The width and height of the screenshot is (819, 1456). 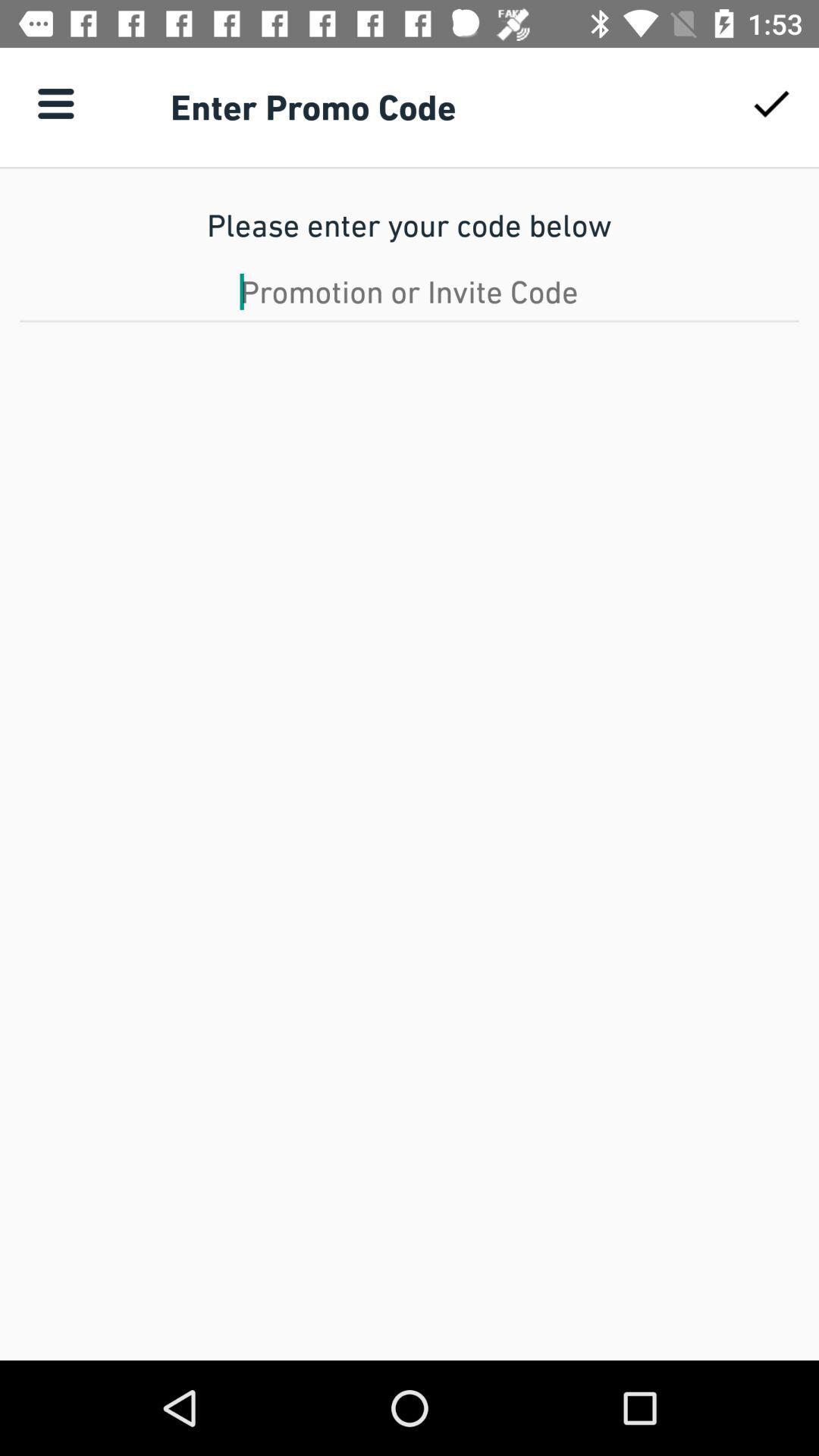 What do you see at coordinates (55, 102) in the screenshot?
I see `icon at the top left corner` at bounding box center [55, 102].